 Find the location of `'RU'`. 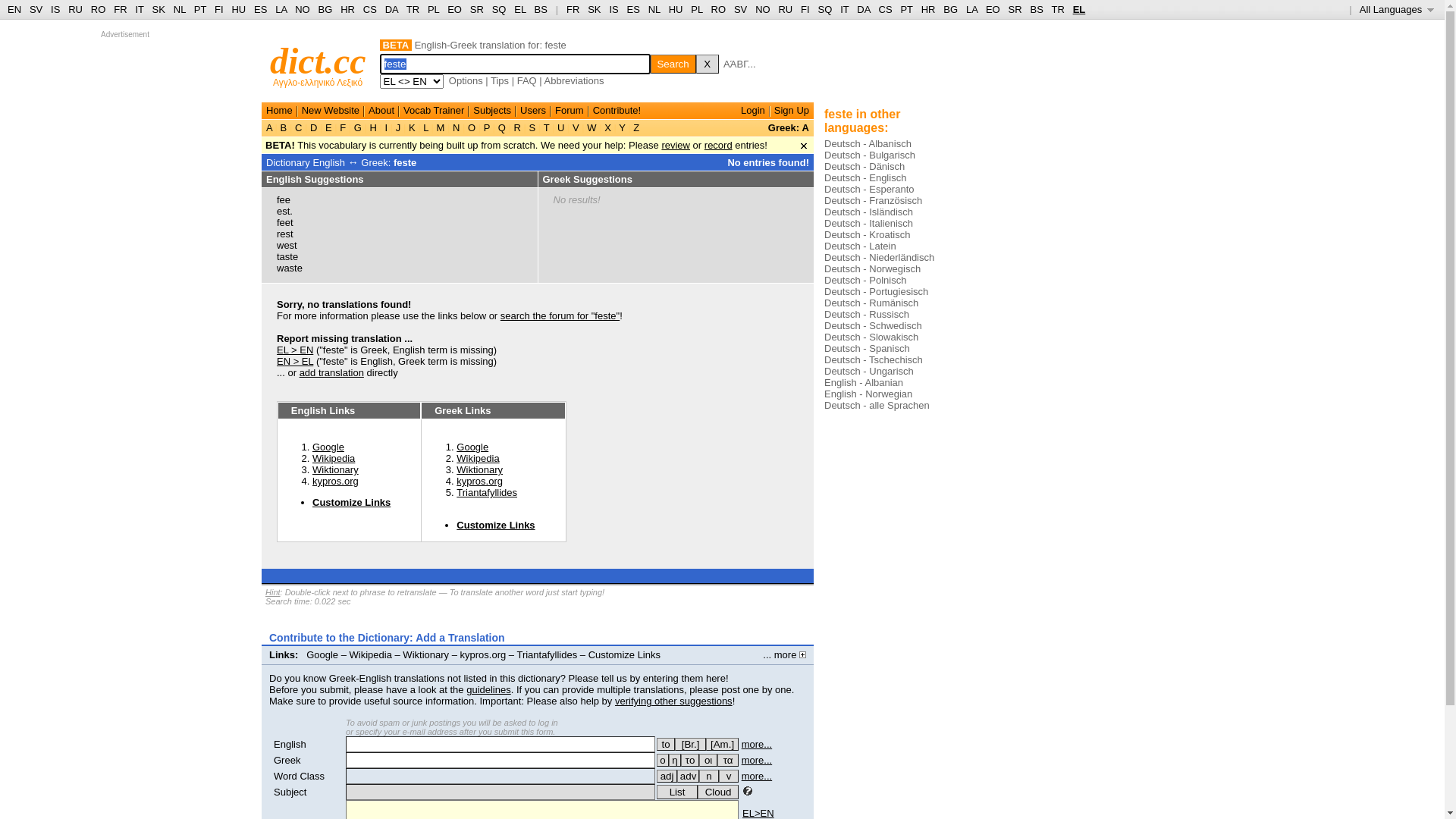

'RU' is located at coordinates (785, 9).